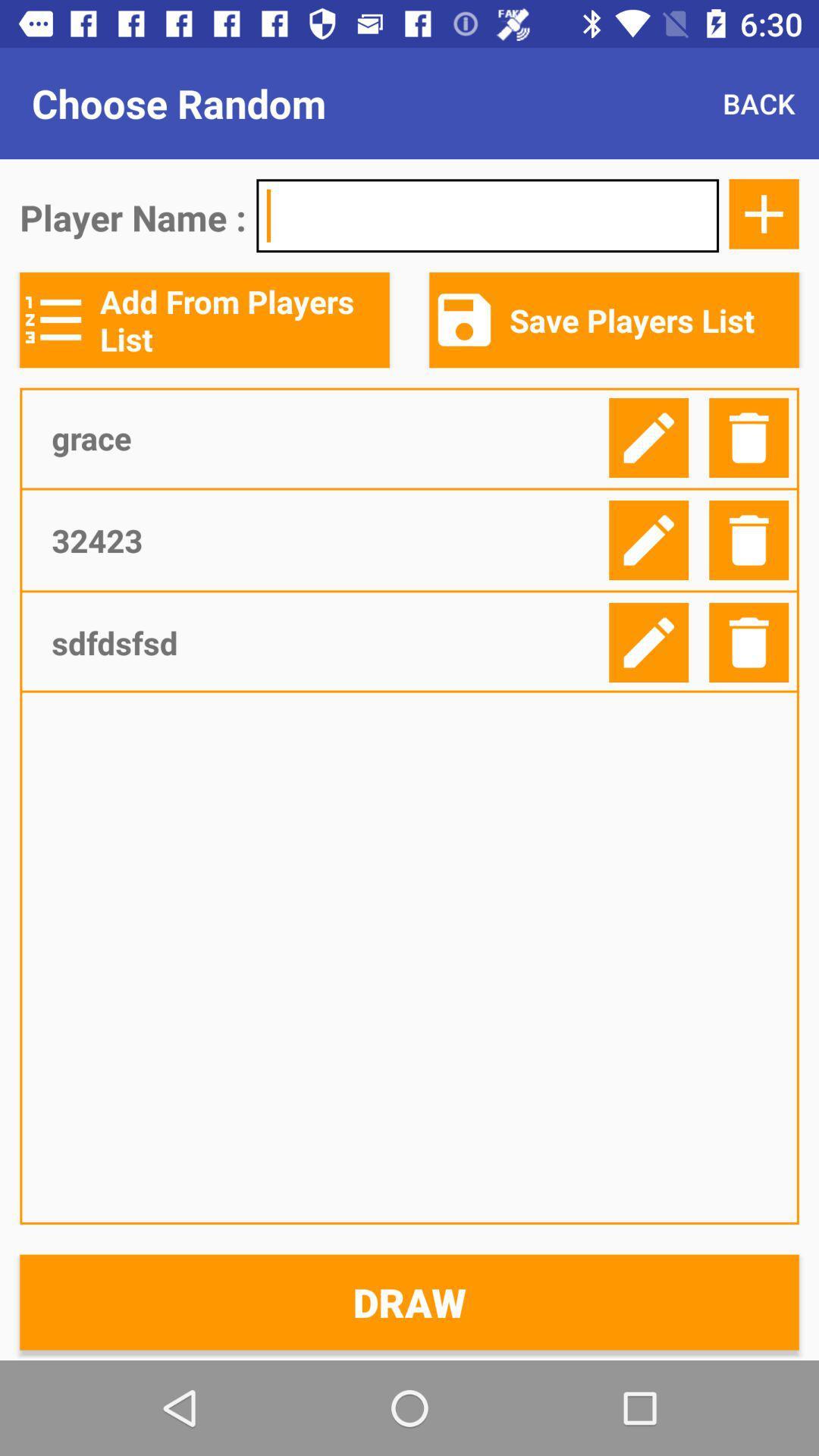  What do you see at coordinates (648, 437) in the screenshot?
I see `edit text` at bounding box center [648, 437].